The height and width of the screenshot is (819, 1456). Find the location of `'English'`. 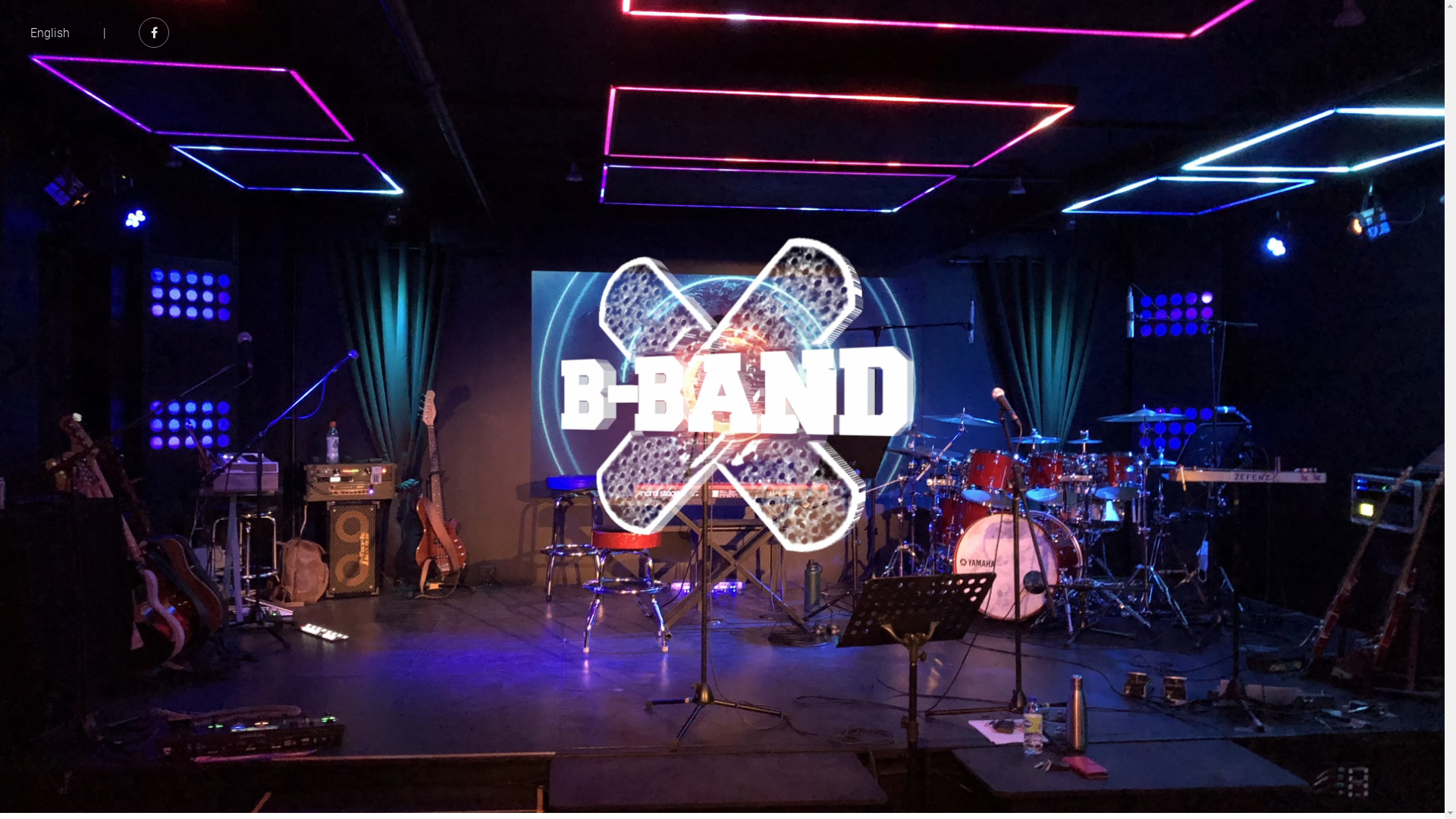

'English' is located at coordinates (50, 33).